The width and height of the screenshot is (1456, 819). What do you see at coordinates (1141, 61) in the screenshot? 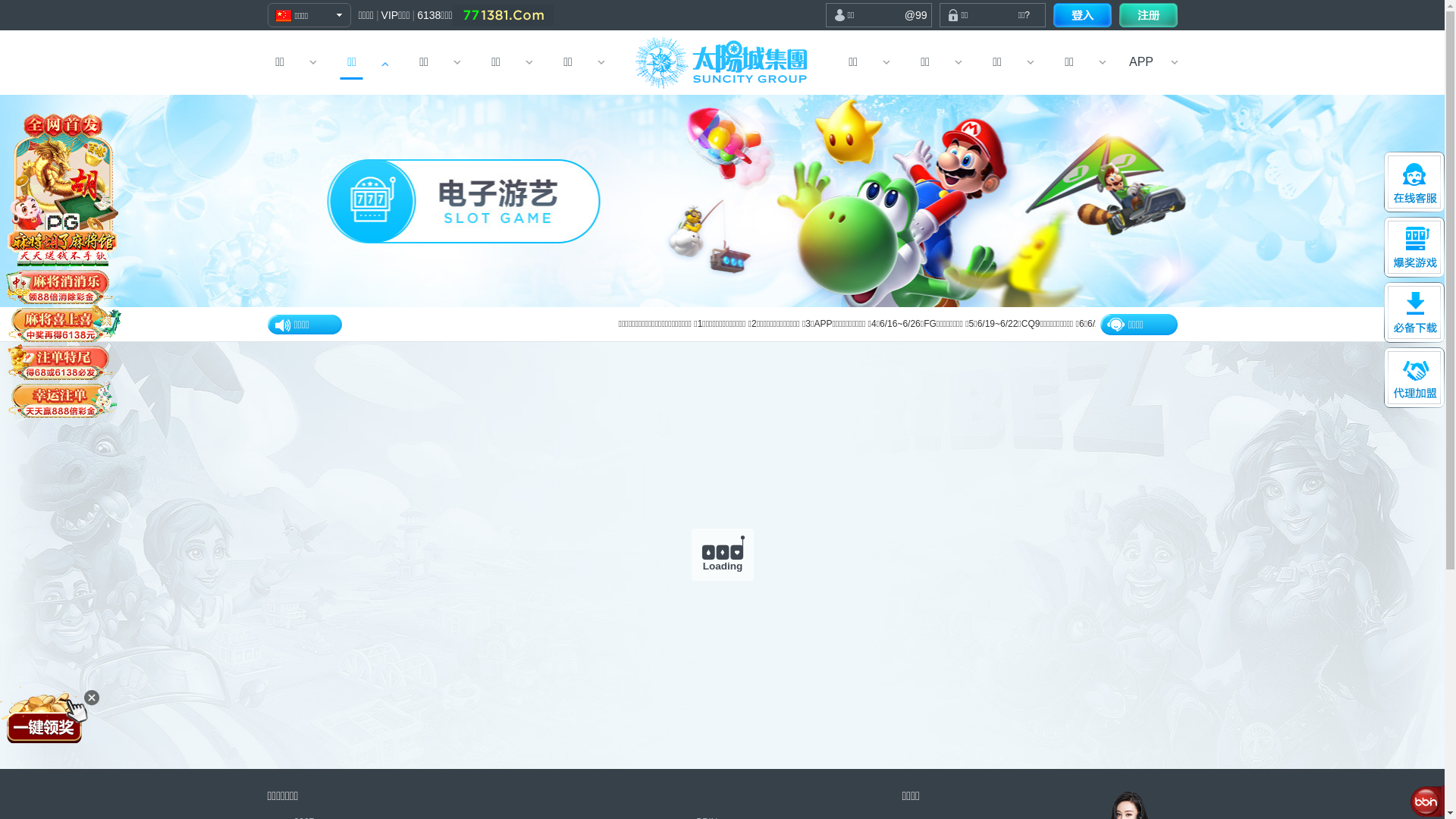
I see `'APP'` at bounding box center [1141, 61].